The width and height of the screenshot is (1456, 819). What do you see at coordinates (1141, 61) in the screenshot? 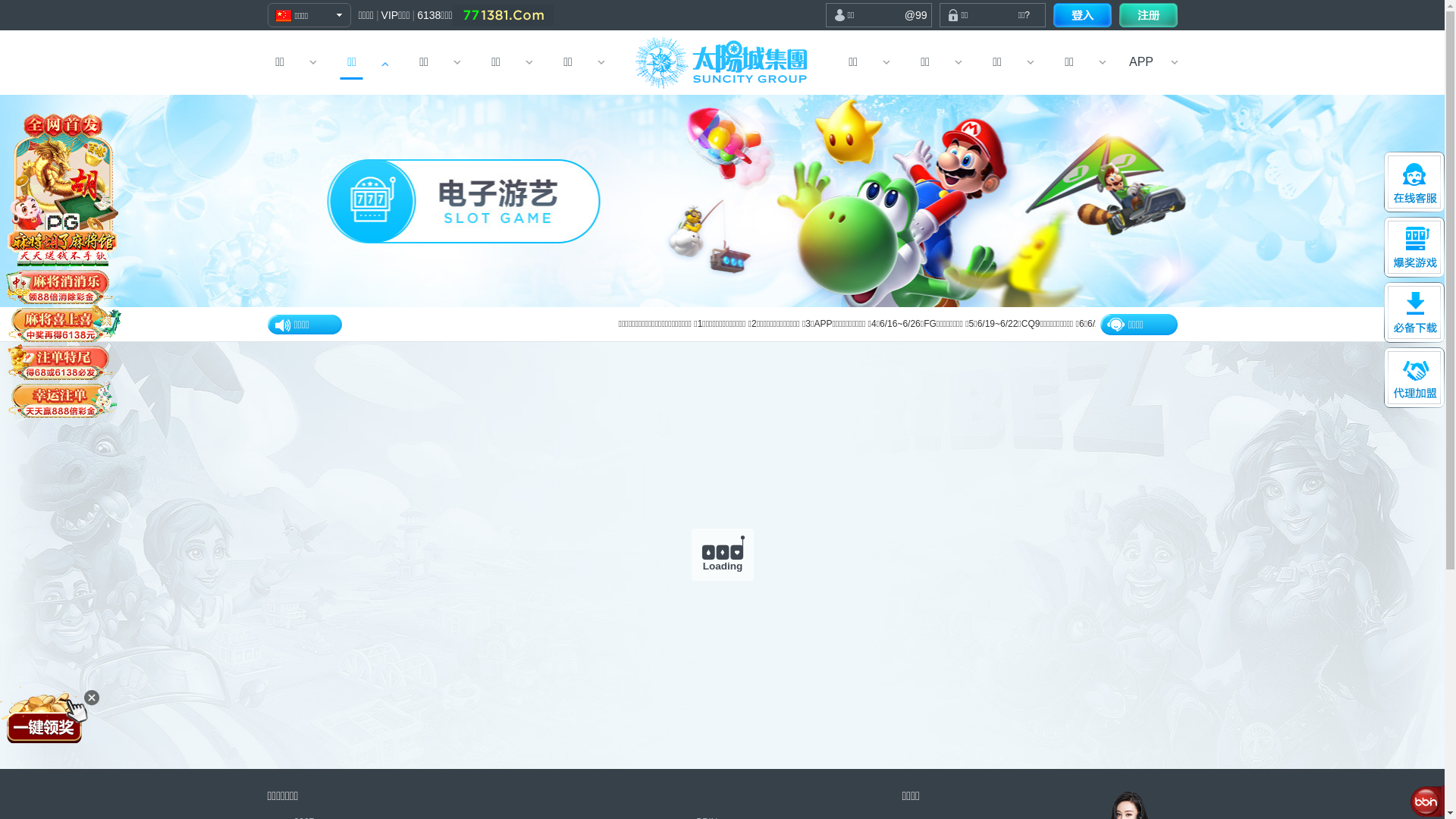
I see `'APP'` at bounding box center [1141, 61].